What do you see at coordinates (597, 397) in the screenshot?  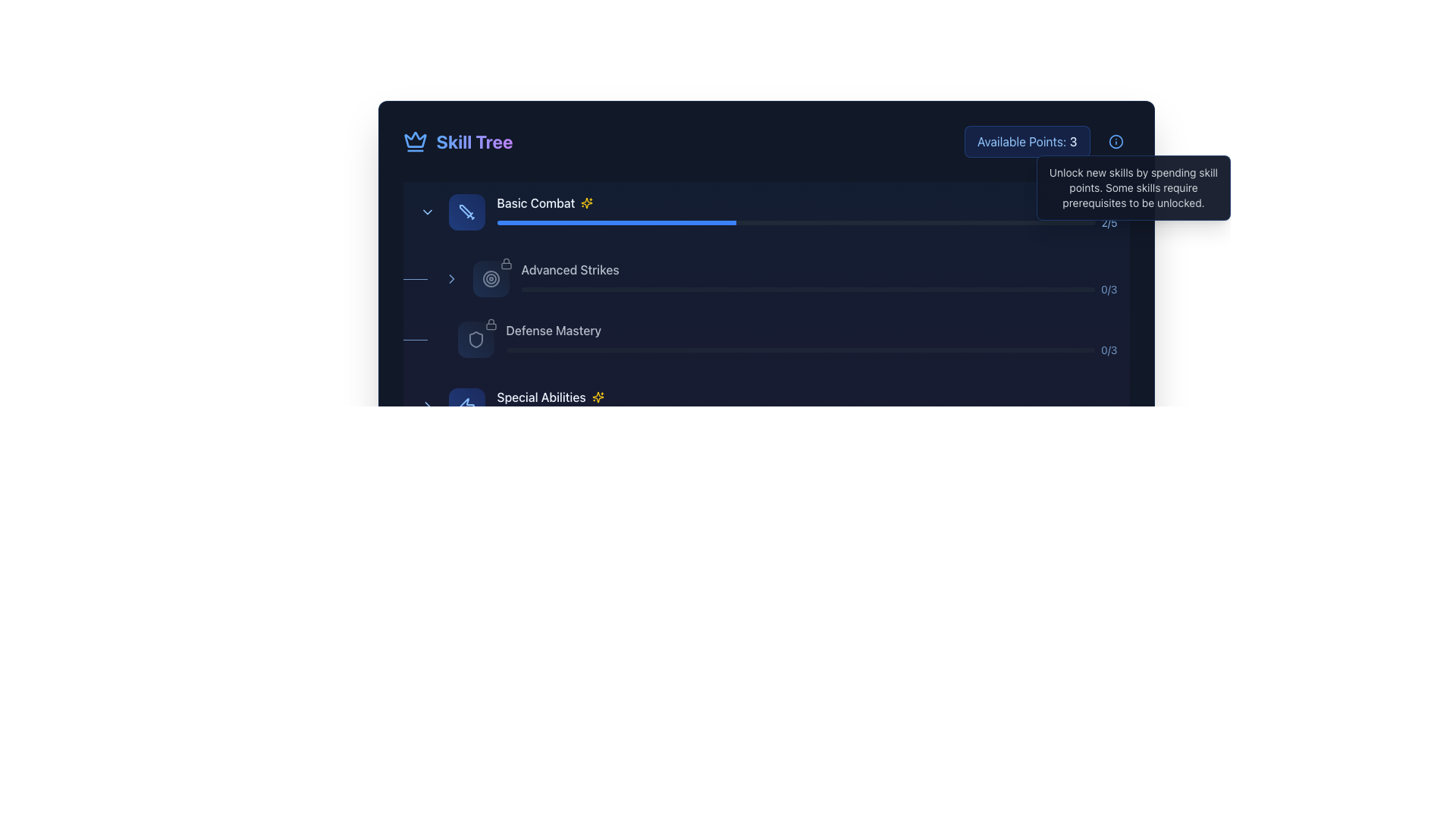 I see `the yellow, spark-shaped icon with a glowing appearance located to the right of the 'Special Abilities' text for context` at bounding box center [597, 397].